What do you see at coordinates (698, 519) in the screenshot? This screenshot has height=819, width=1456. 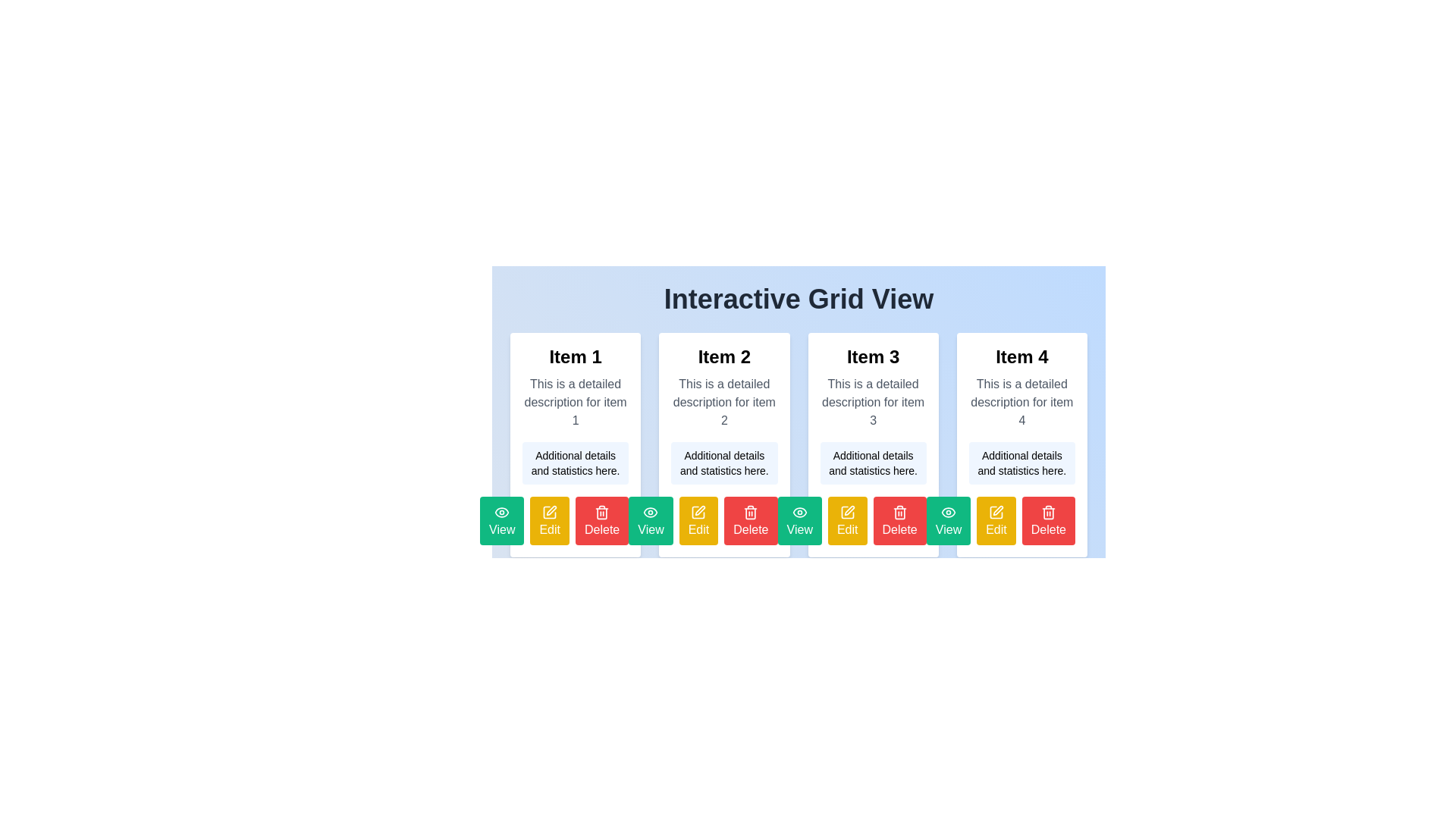 I see `the 'Edit' button with a bright yellow background and a white pencil icon` at bounding box center [698, 519].